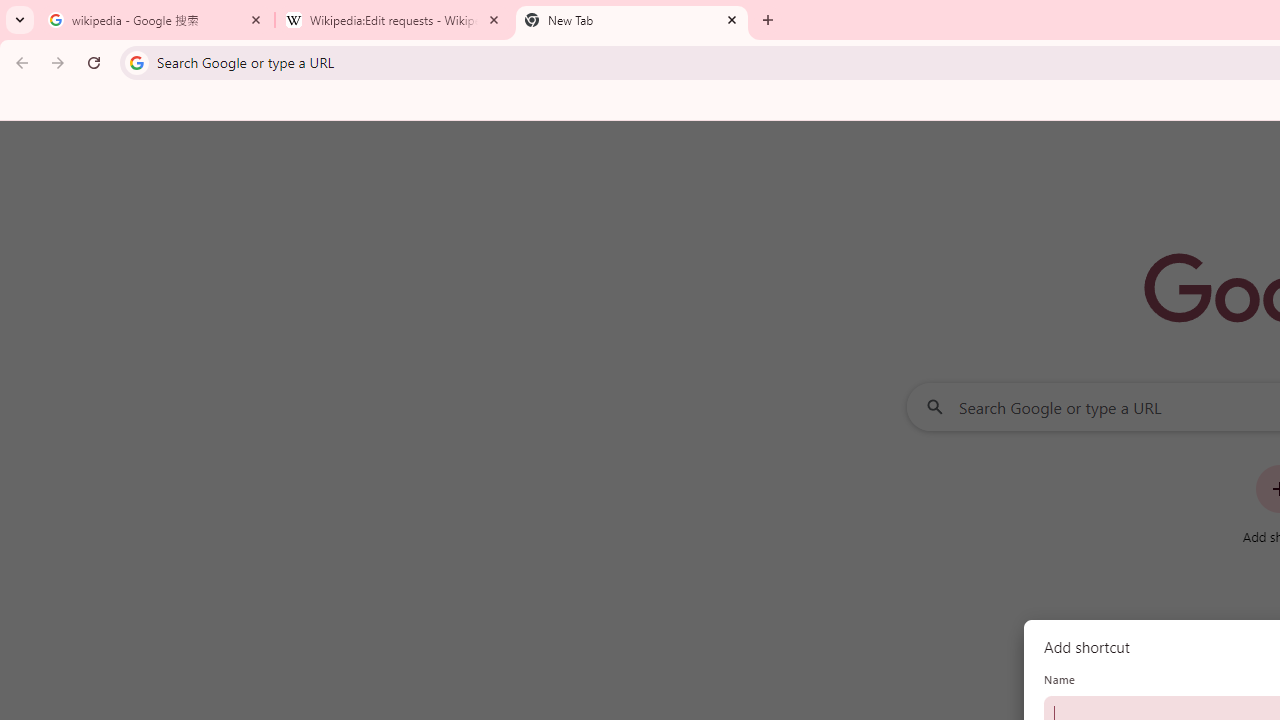  Describe the element at coordinates (394, 20) in the screenshot. I see `'Wikipedia:Edit requests - Wikipedia'` at that location.